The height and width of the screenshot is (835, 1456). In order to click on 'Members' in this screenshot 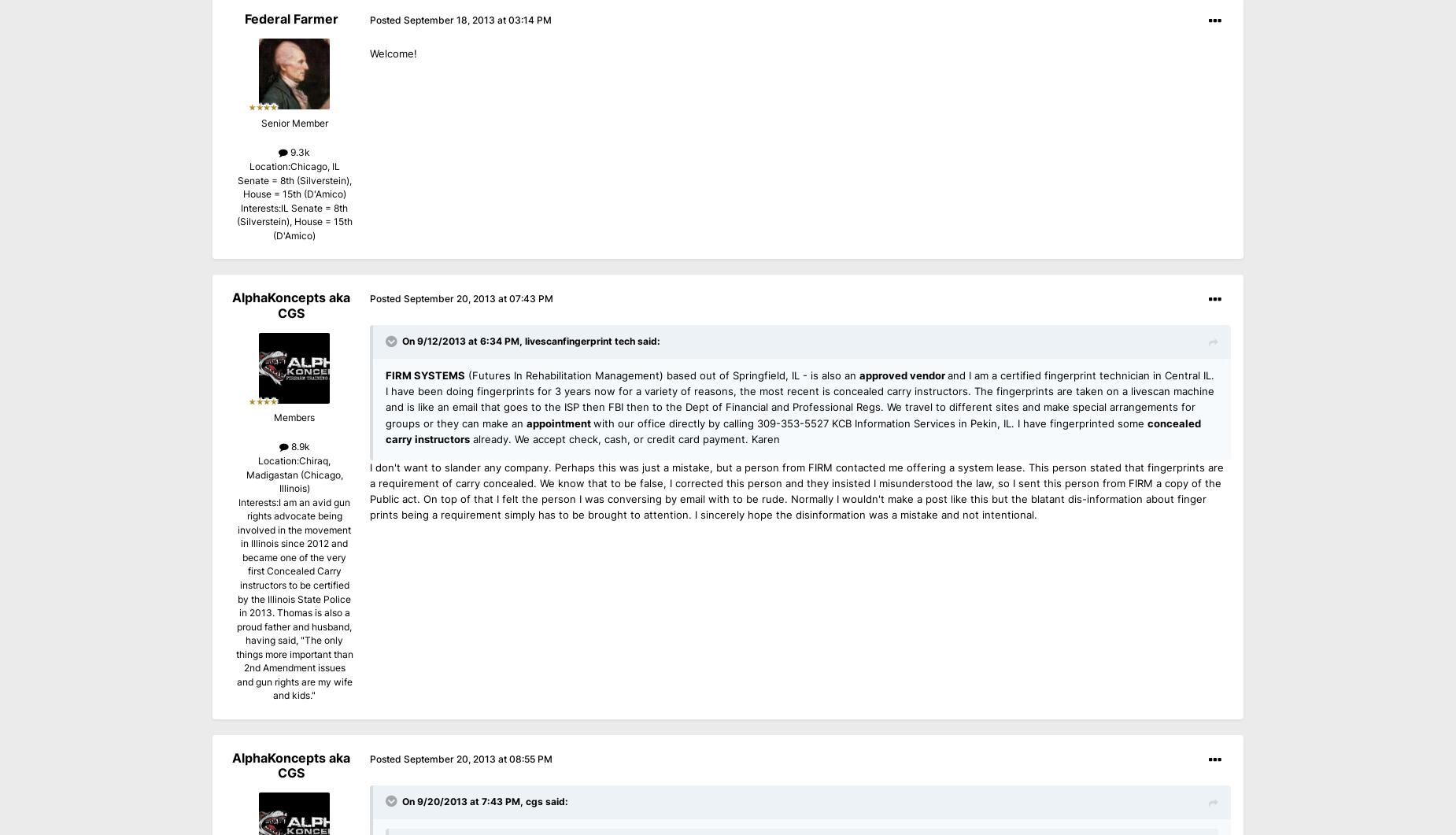, I will do `click(294, 416)`.